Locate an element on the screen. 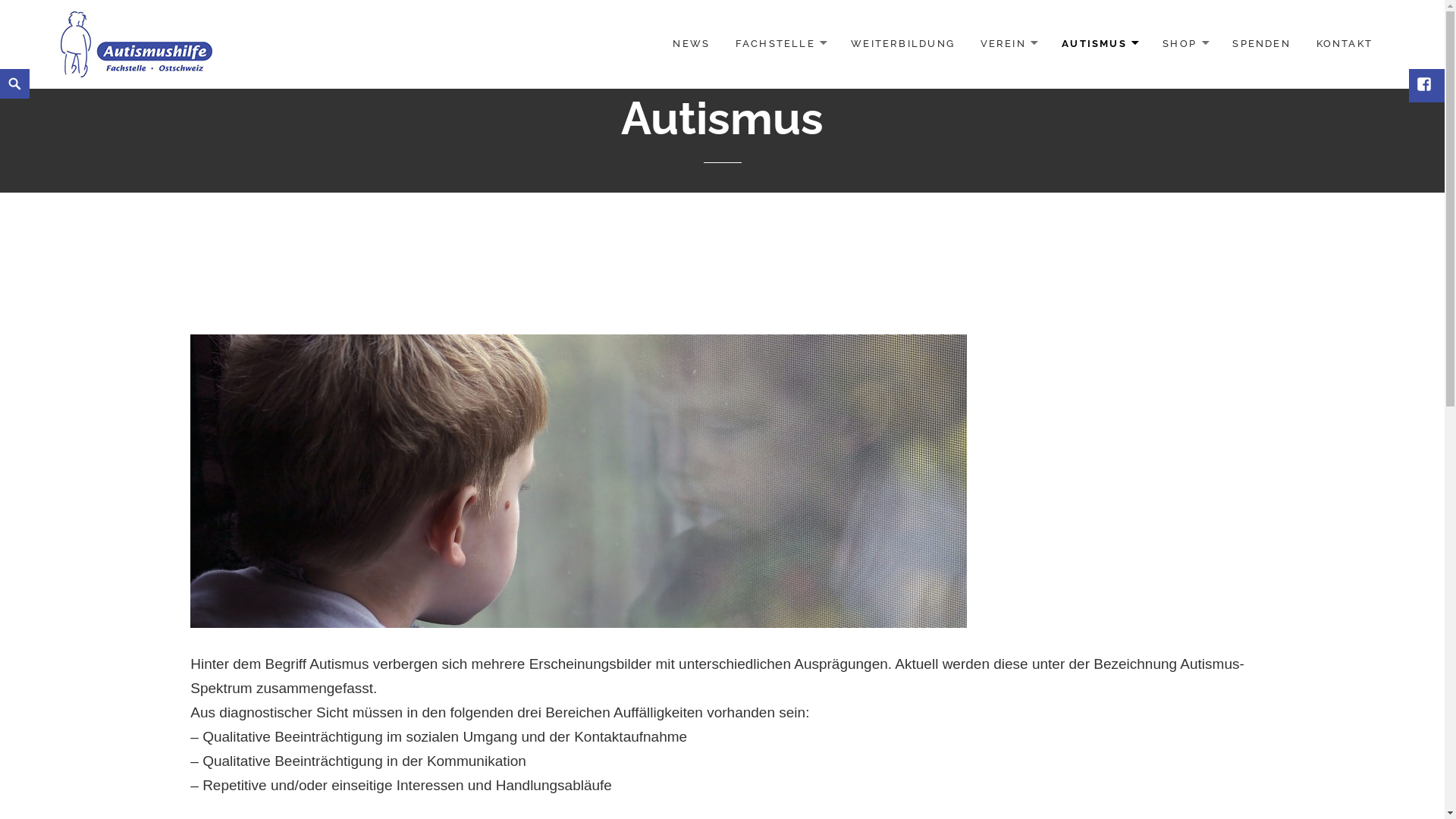 Image resolution: width=1456 pixels, height=819 pixels. 'Facebook' is located at coordinates (1425, 85).